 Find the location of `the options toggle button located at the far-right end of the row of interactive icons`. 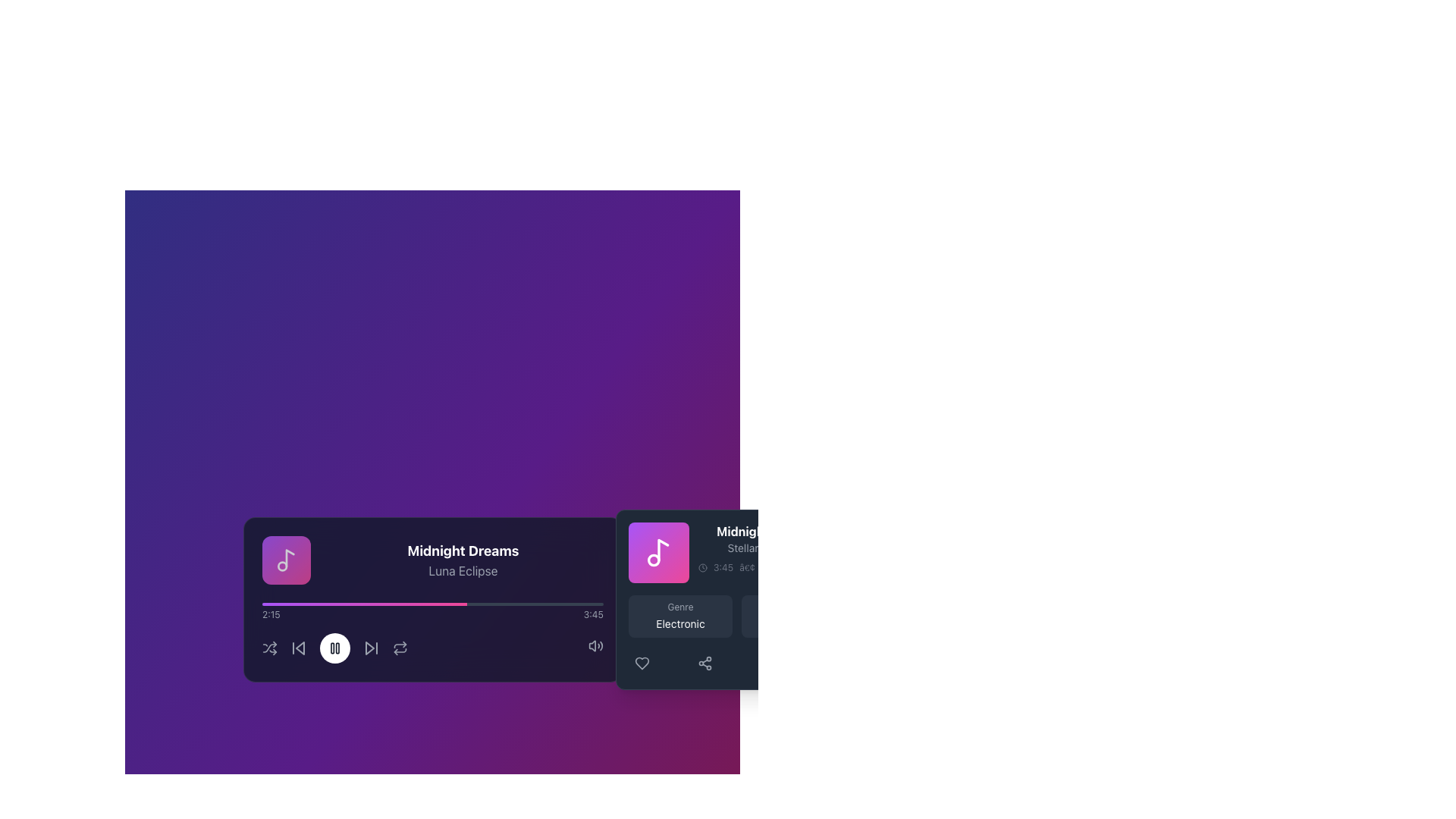

the options toggle button located at the far-right end of the row of interactive icons is located at coordinates (768, 663).